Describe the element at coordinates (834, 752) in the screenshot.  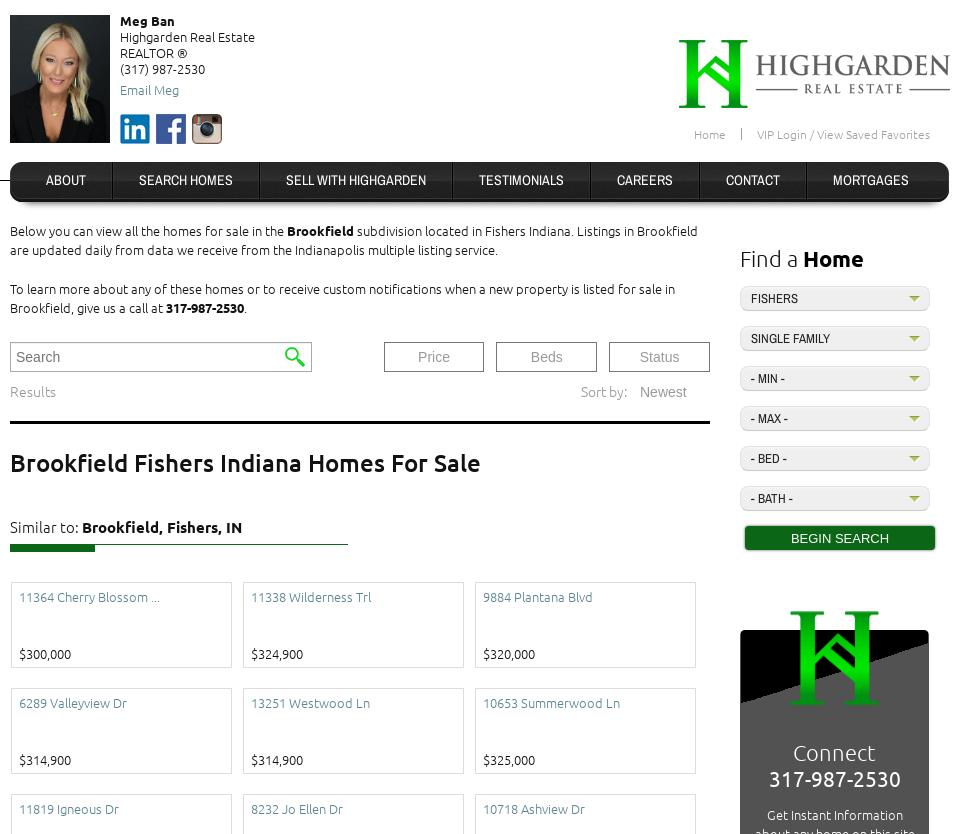
I see `'Connect'` at that location.